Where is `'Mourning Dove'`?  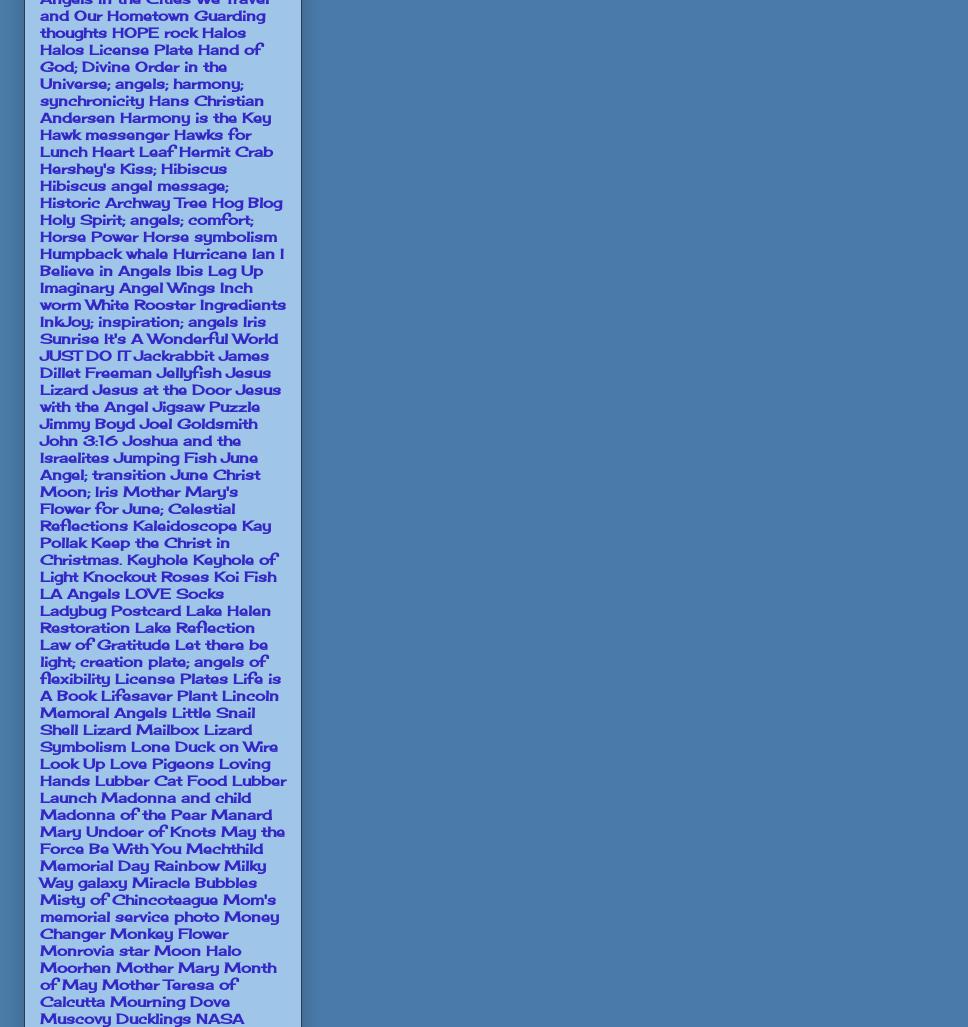 'Mourning Dove' is located at coordinates (169, 999).